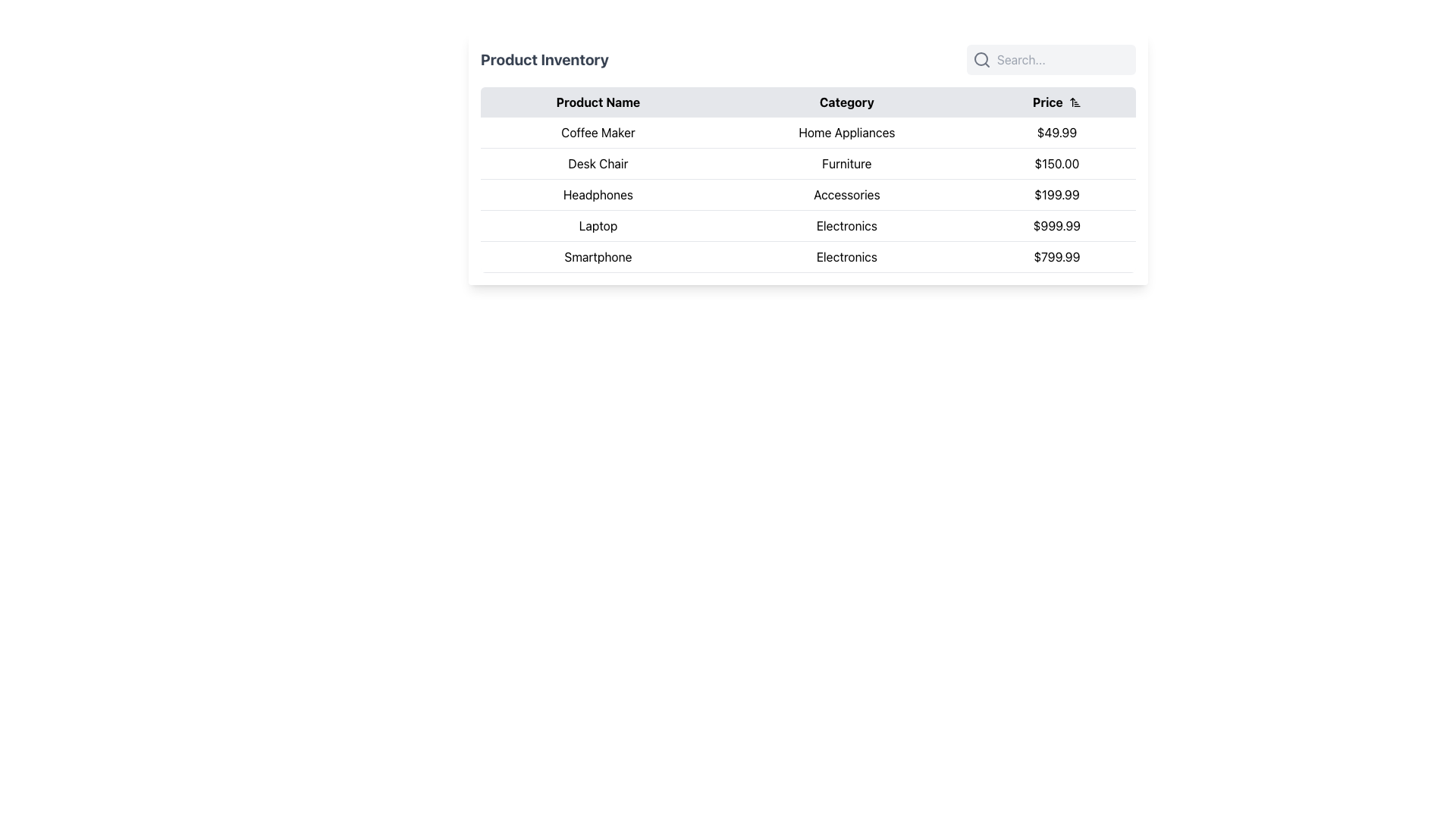 The width and height of the screenshot is (1456, 819). I want to click on the 'Electronics' text label indicating the category for the 'Laptop' product in the inventory table, so click(846, 225).